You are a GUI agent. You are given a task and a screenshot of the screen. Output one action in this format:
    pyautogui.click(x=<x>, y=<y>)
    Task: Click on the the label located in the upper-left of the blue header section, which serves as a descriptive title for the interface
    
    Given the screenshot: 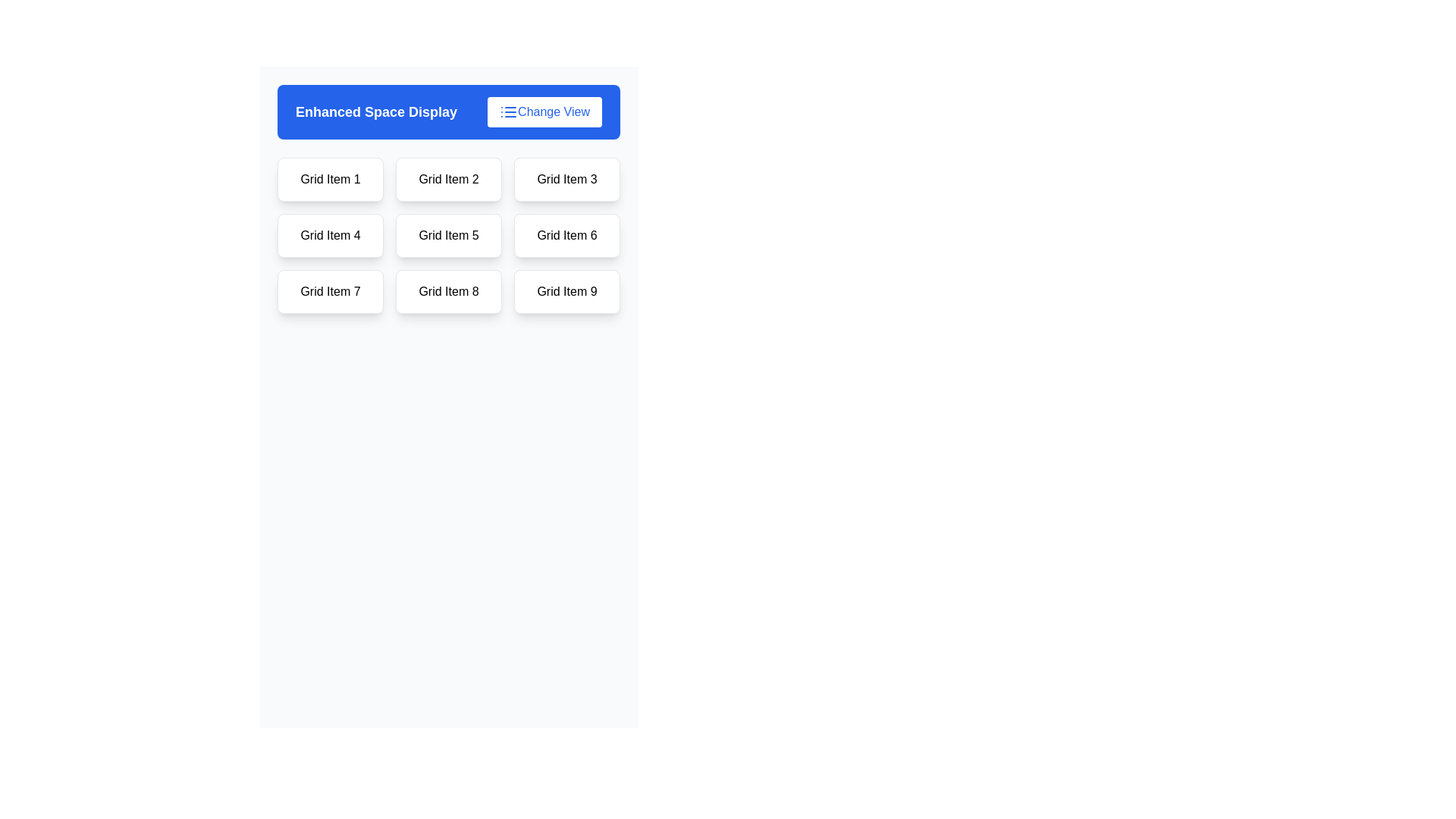 What is the action you would take?
    pyautogui.click(x=376, y=111)
    